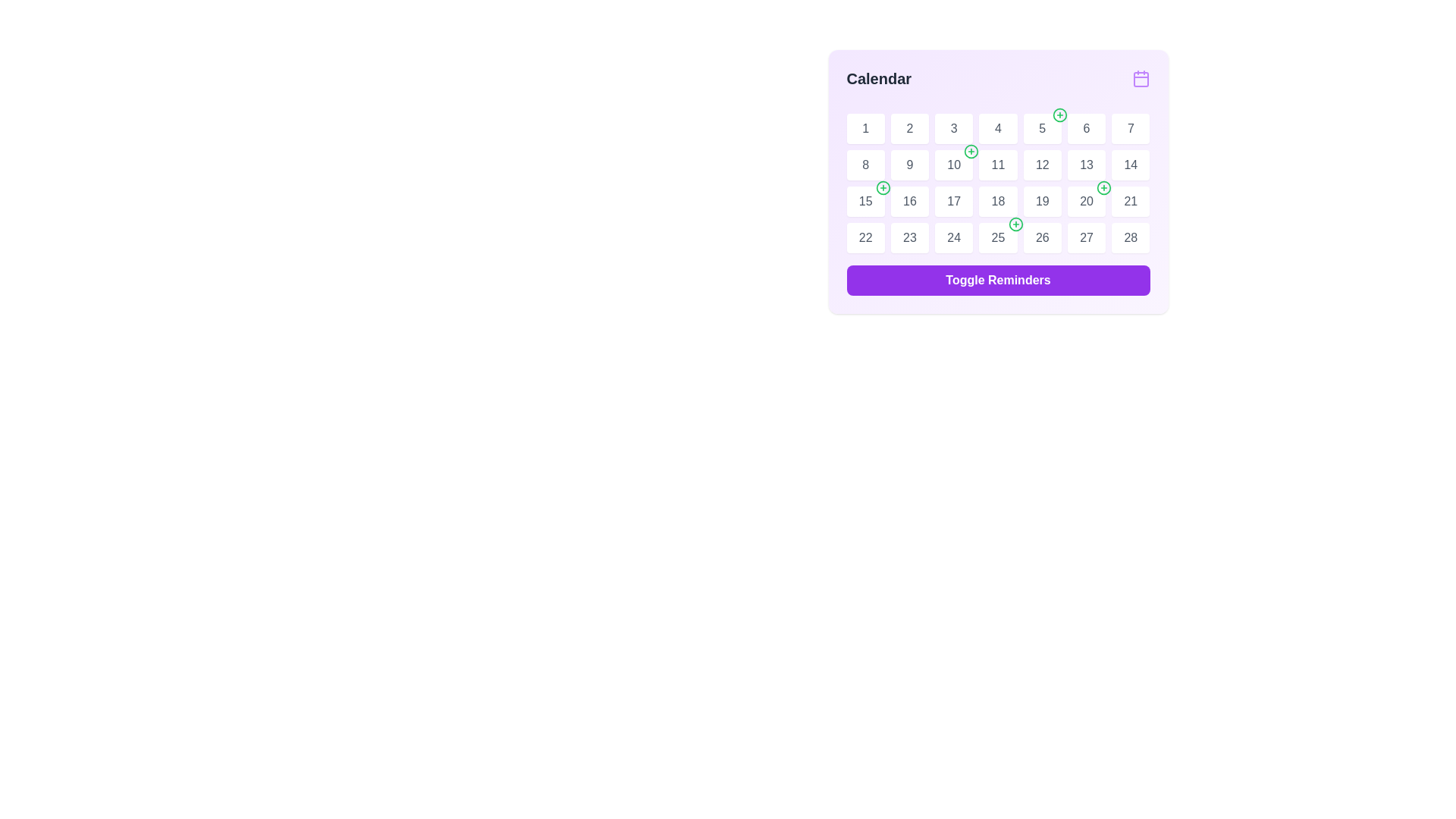 The height and width of the screenshot is (819, 1456). I want to click on the textual representation of the date '27' in the sixth column of the bottom row of the calendar grid, so click(1086, 237).